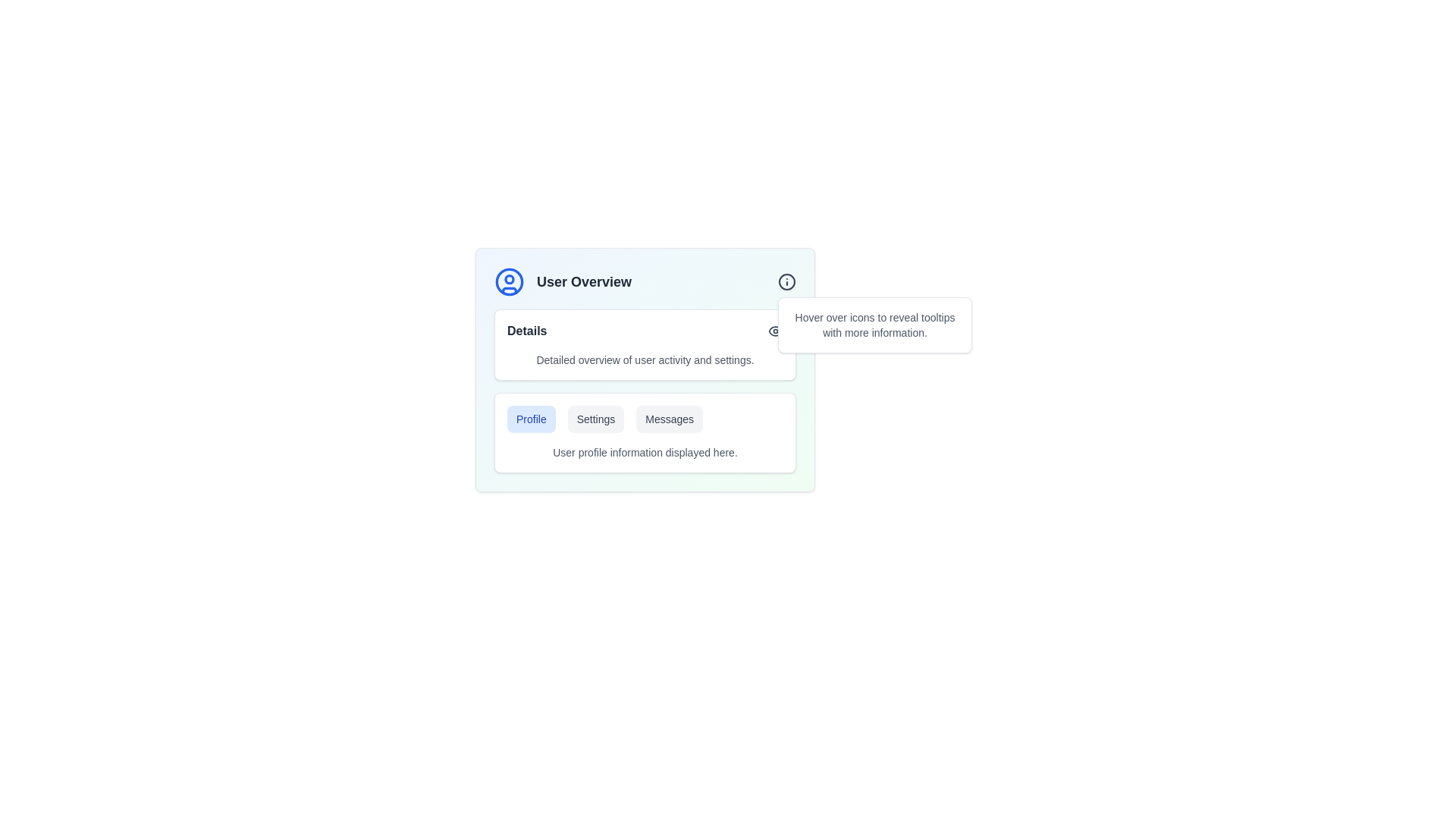 Image resolution: width=1456 pixels, height=819 pixels. I want to click on the Tooltip-trigger information icon located at the top-right corner of the User Overview section header, so click(786, 281).